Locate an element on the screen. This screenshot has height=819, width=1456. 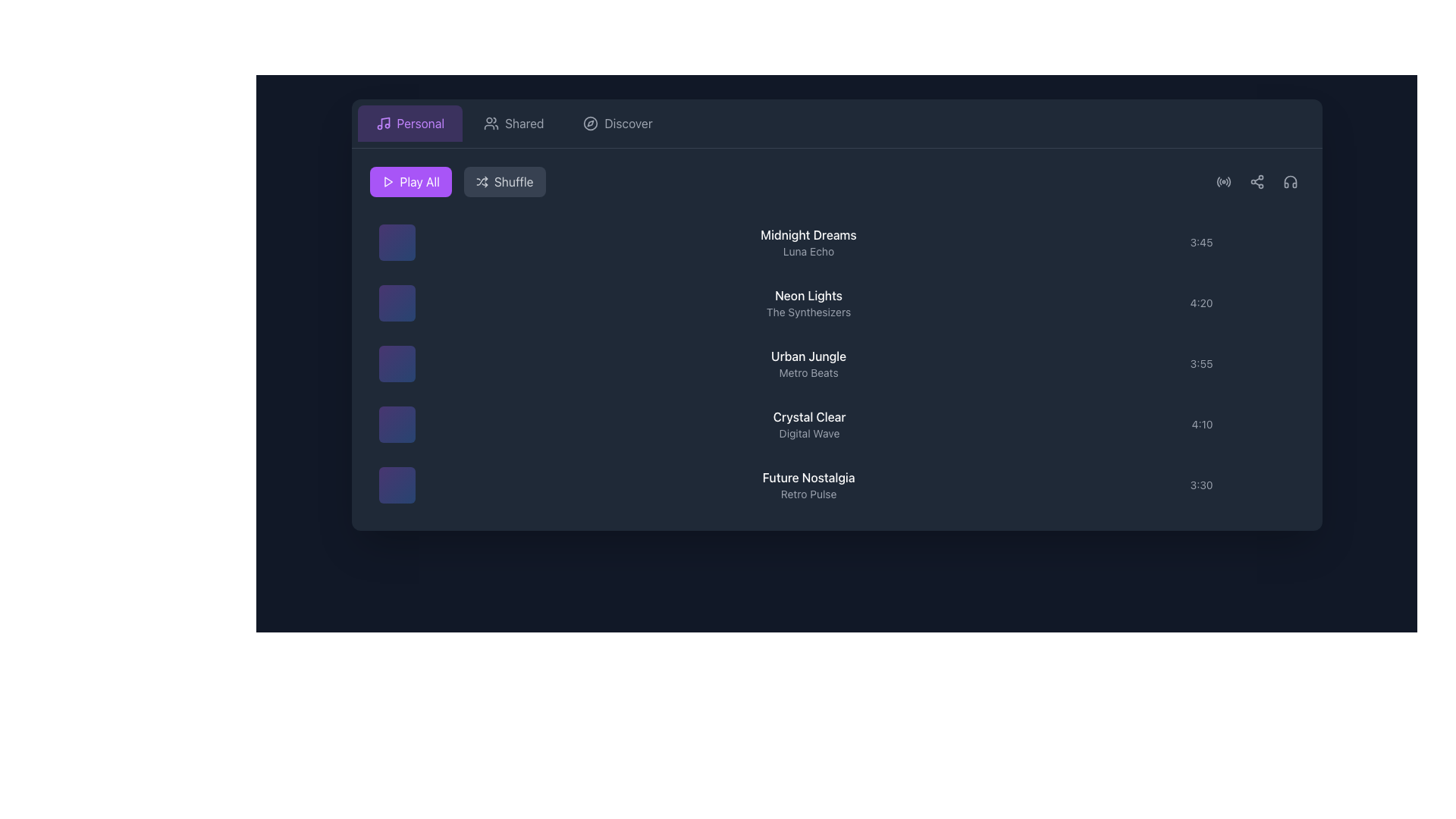
the share button located in the upper-right corner of the main interface is located at coordinates (1257, 180).